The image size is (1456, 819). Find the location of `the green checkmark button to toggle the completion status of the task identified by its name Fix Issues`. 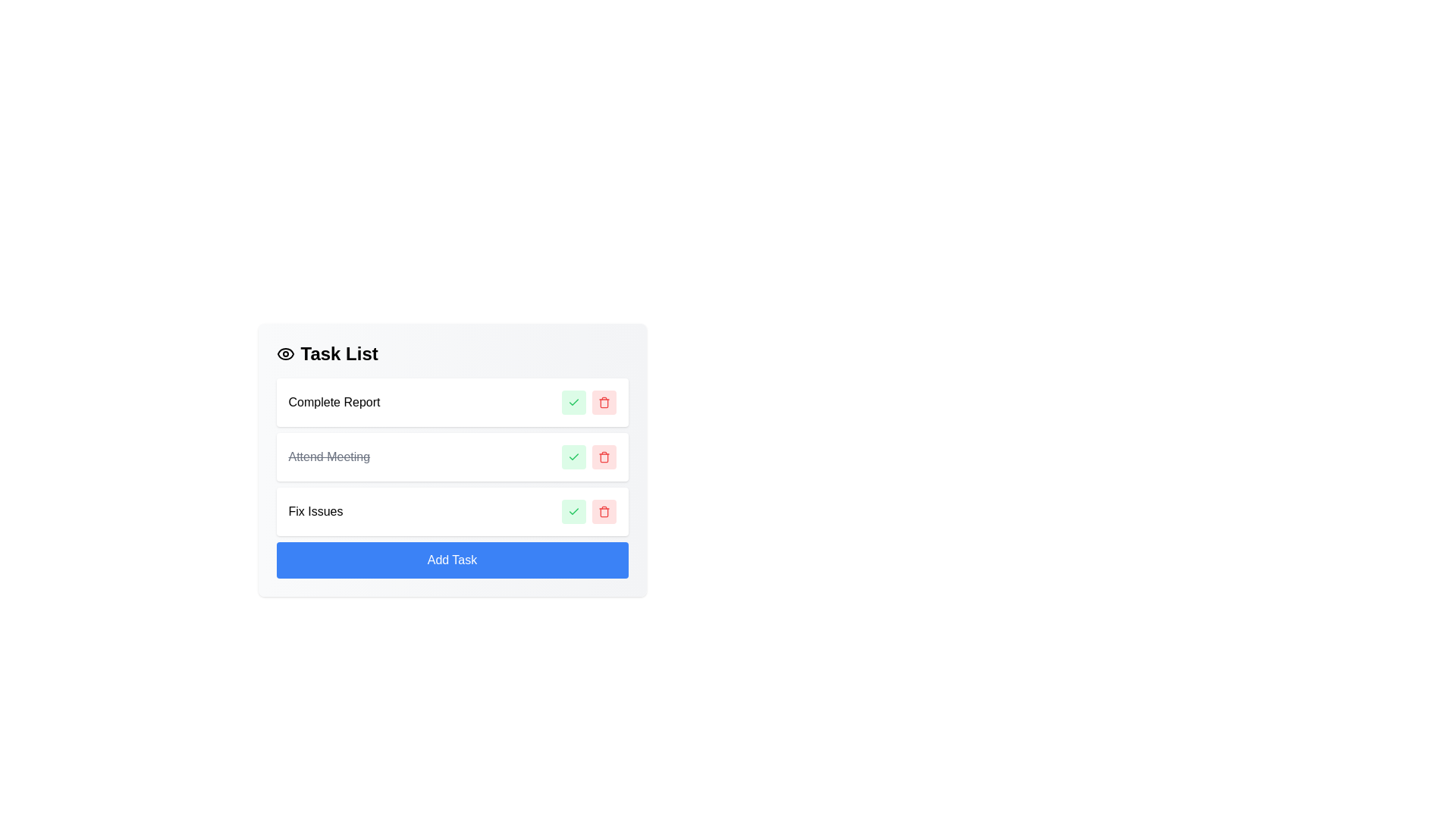

the green checkmark button to toggle the completion status of the task identified by its name Fix Issues is located at coordinates (573, 512).